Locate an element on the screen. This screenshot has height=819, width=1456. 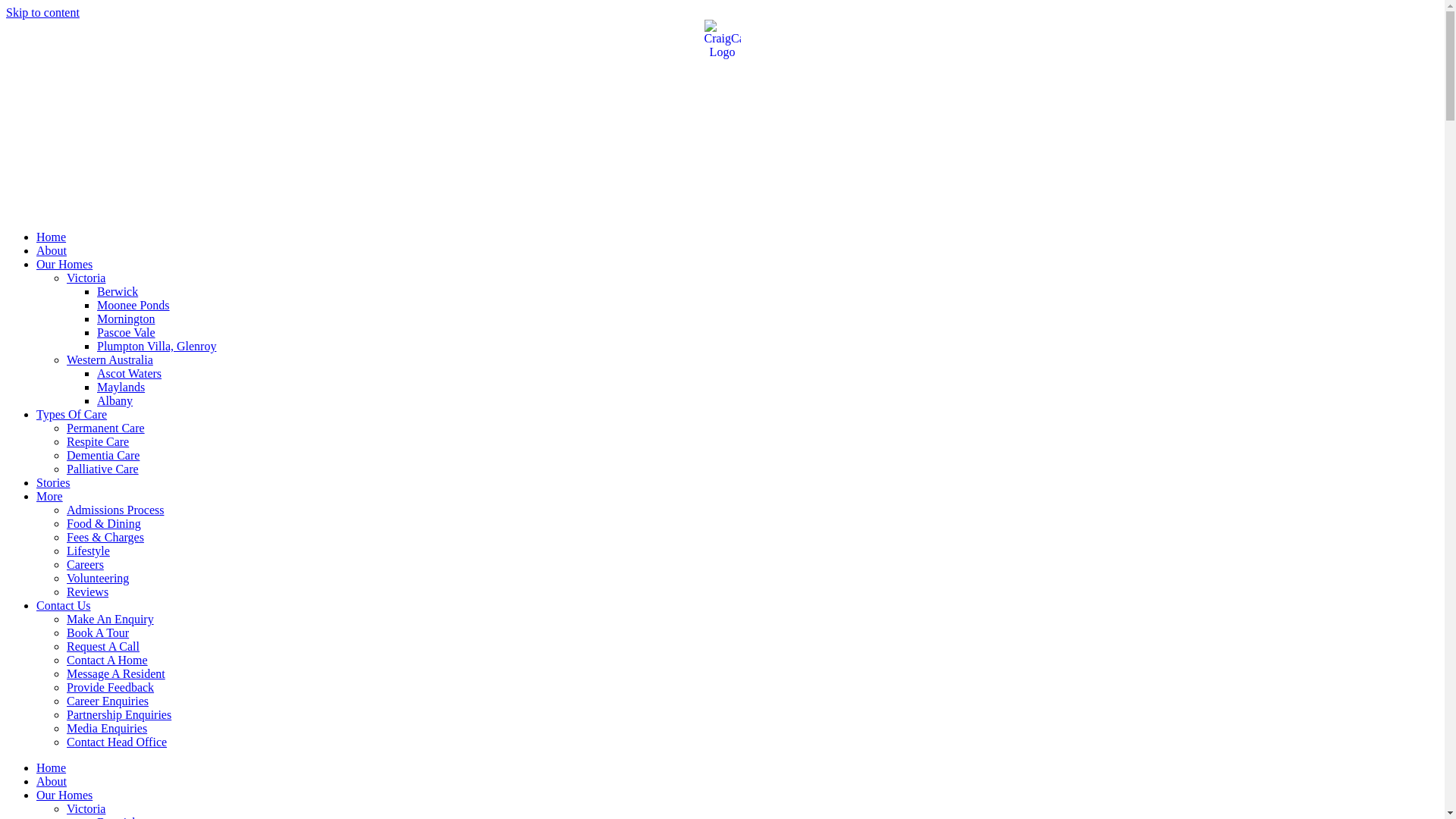
'Request A Call' is located at coordinates (102, 646).